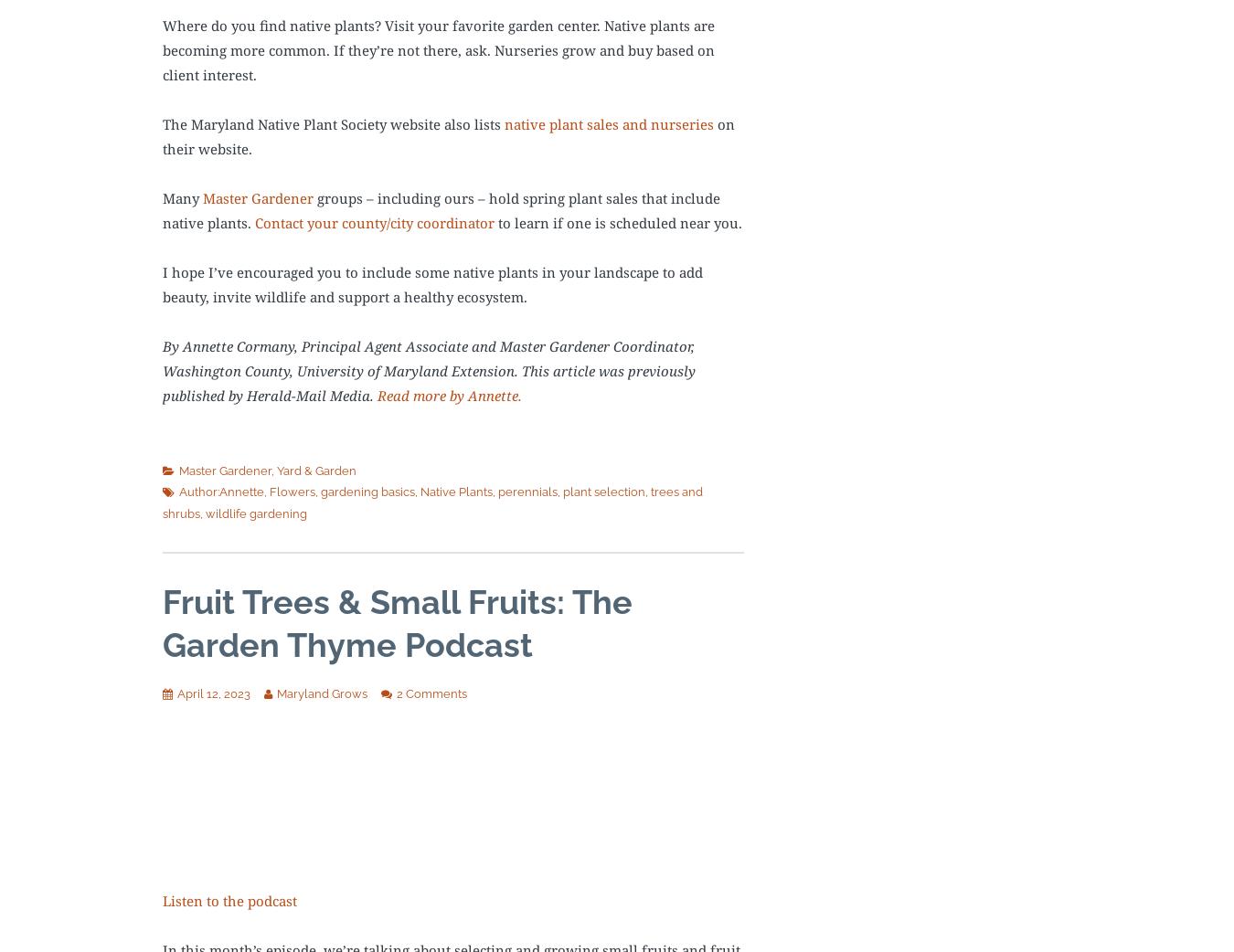 The height and width of the screenshot is (952, 1234). Describe the element at coordinates (179, 491) in the screenshot. I see `'Author:Annette'` at that location.